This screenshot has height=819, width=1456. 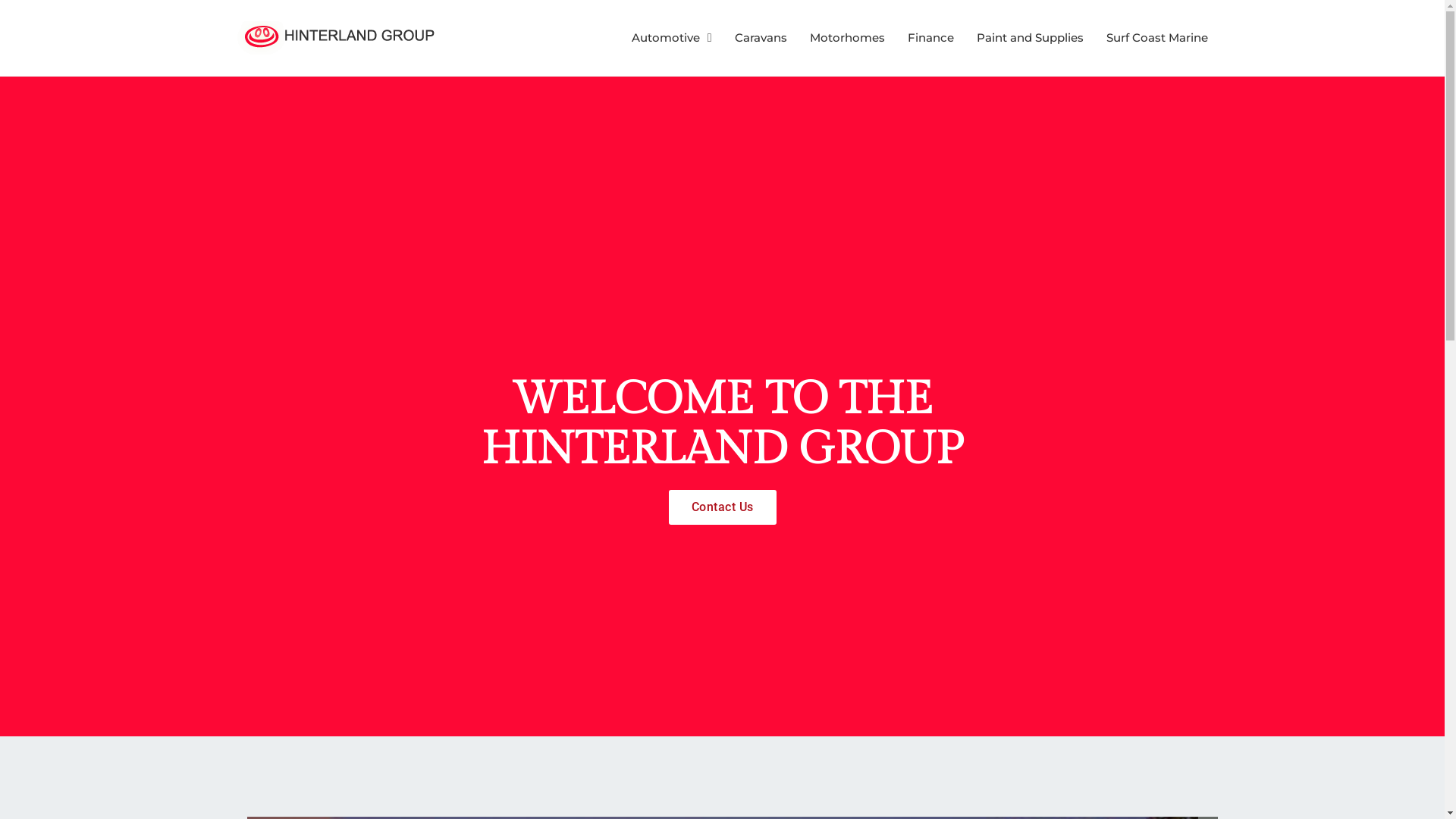 I want to click on 'Motorhomes', so click(x=846, y=37).